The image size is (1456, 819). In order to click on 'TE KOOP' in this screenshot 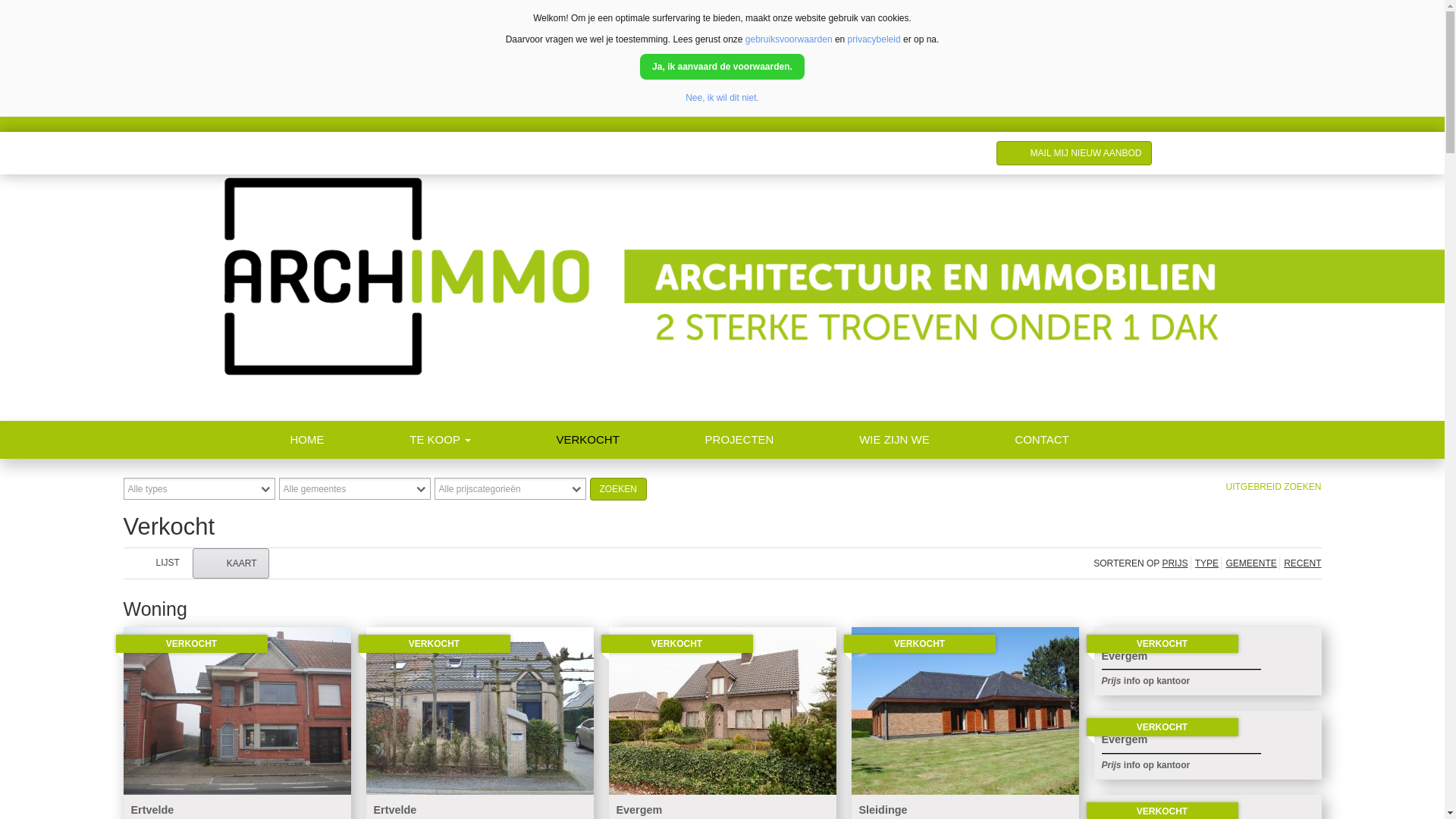, I will do `click(482, 439)`.